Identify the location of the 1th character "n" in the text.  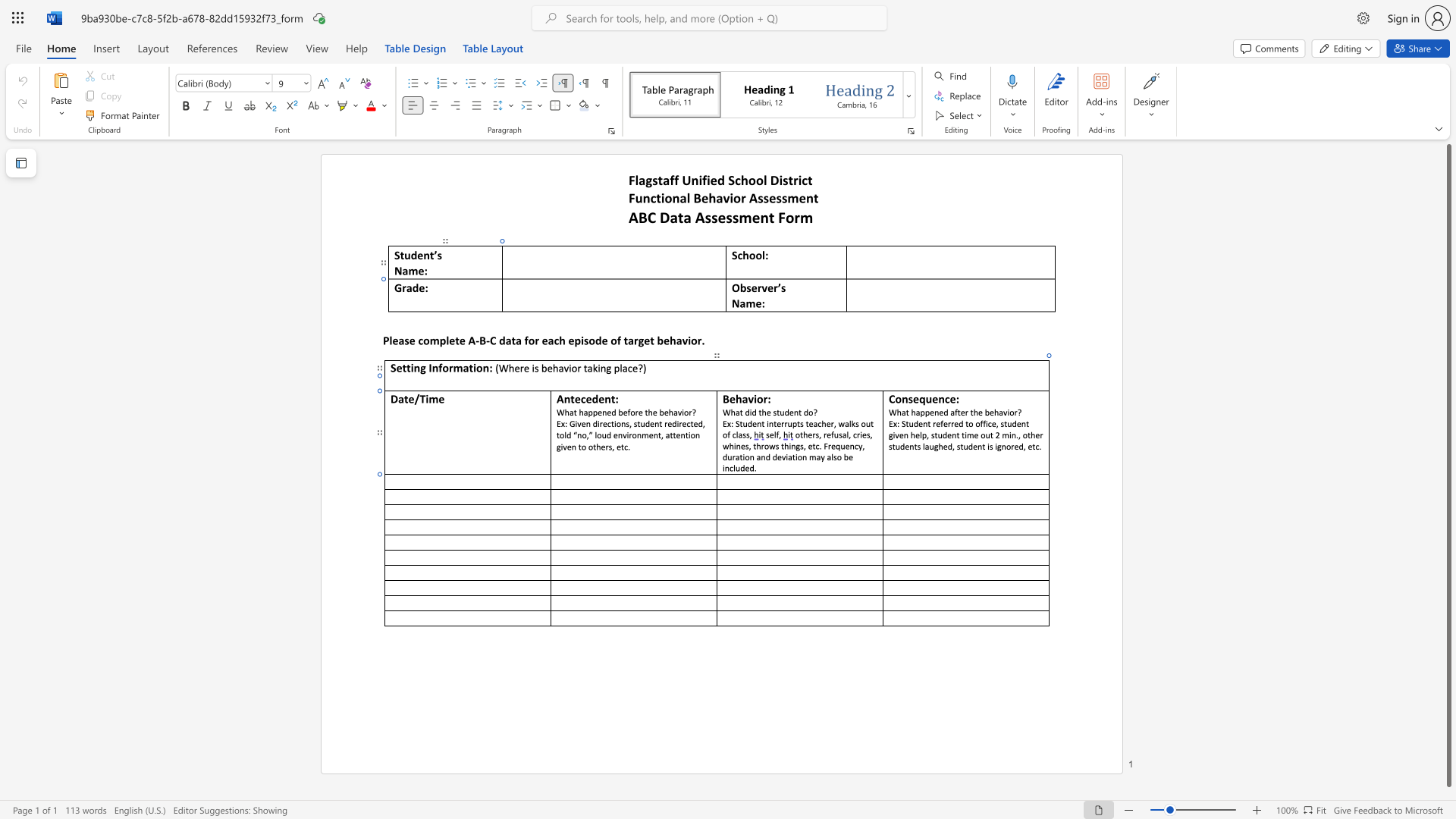
(792, 445).